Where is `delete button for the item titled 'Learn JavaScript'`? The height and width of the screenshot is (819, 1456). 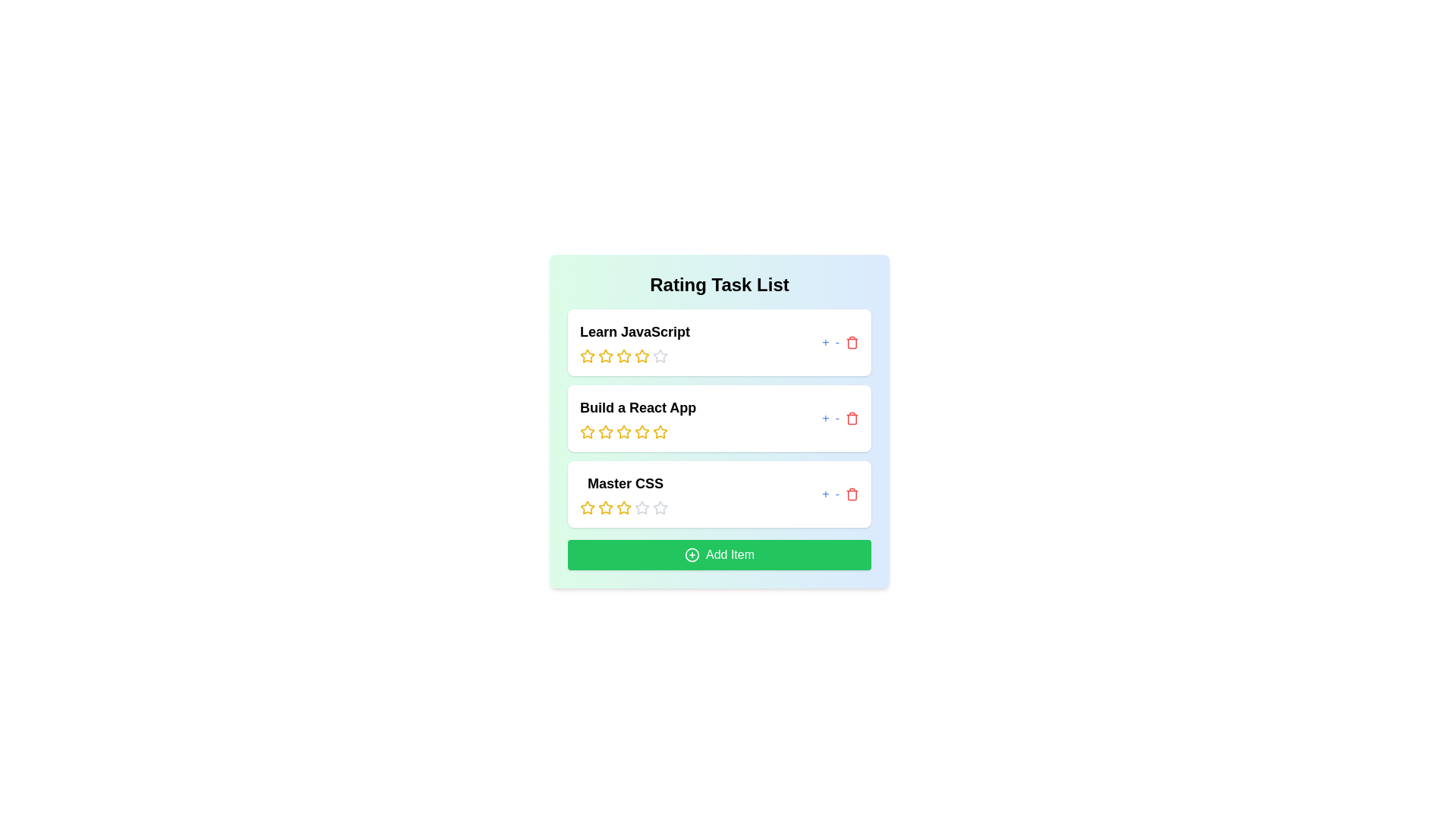
delete button for the item titled 'Learn JavaScript' is located at coordinates (852, 342).